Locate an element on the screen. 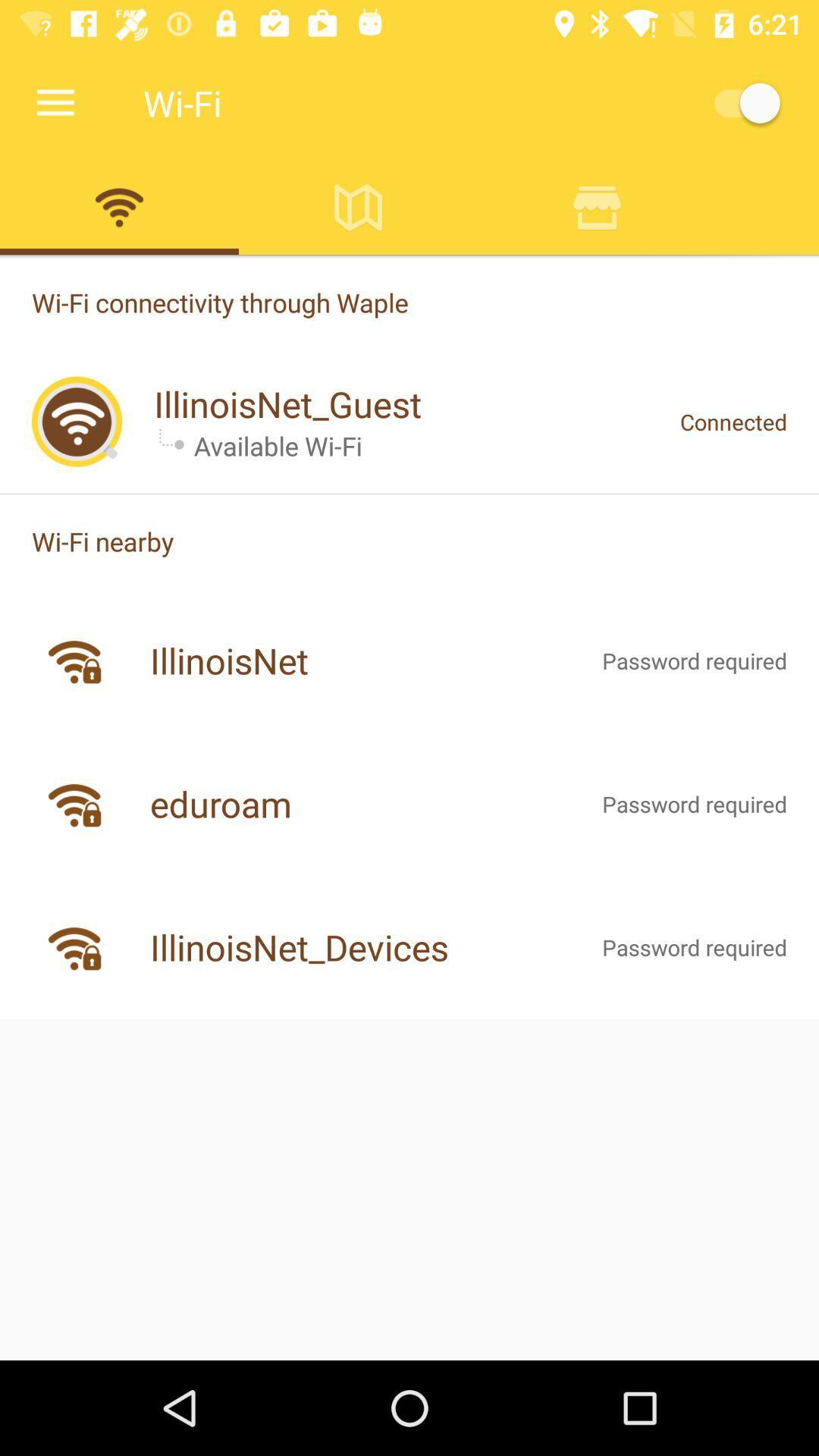 Image resolution: width=819 pixels, height=1456 pixels. autoplay option is located at coordinates (739, 102).